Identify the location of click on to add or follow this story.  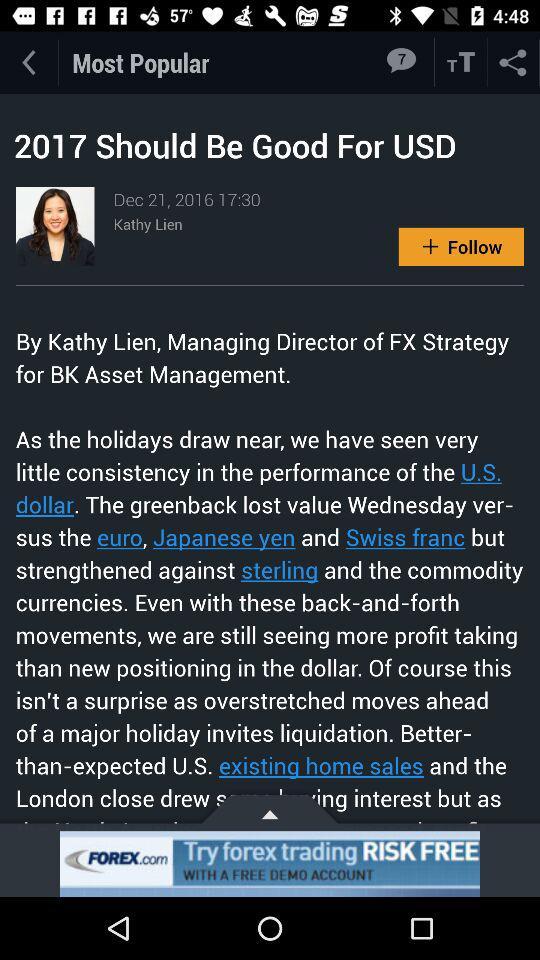
(461, 245).